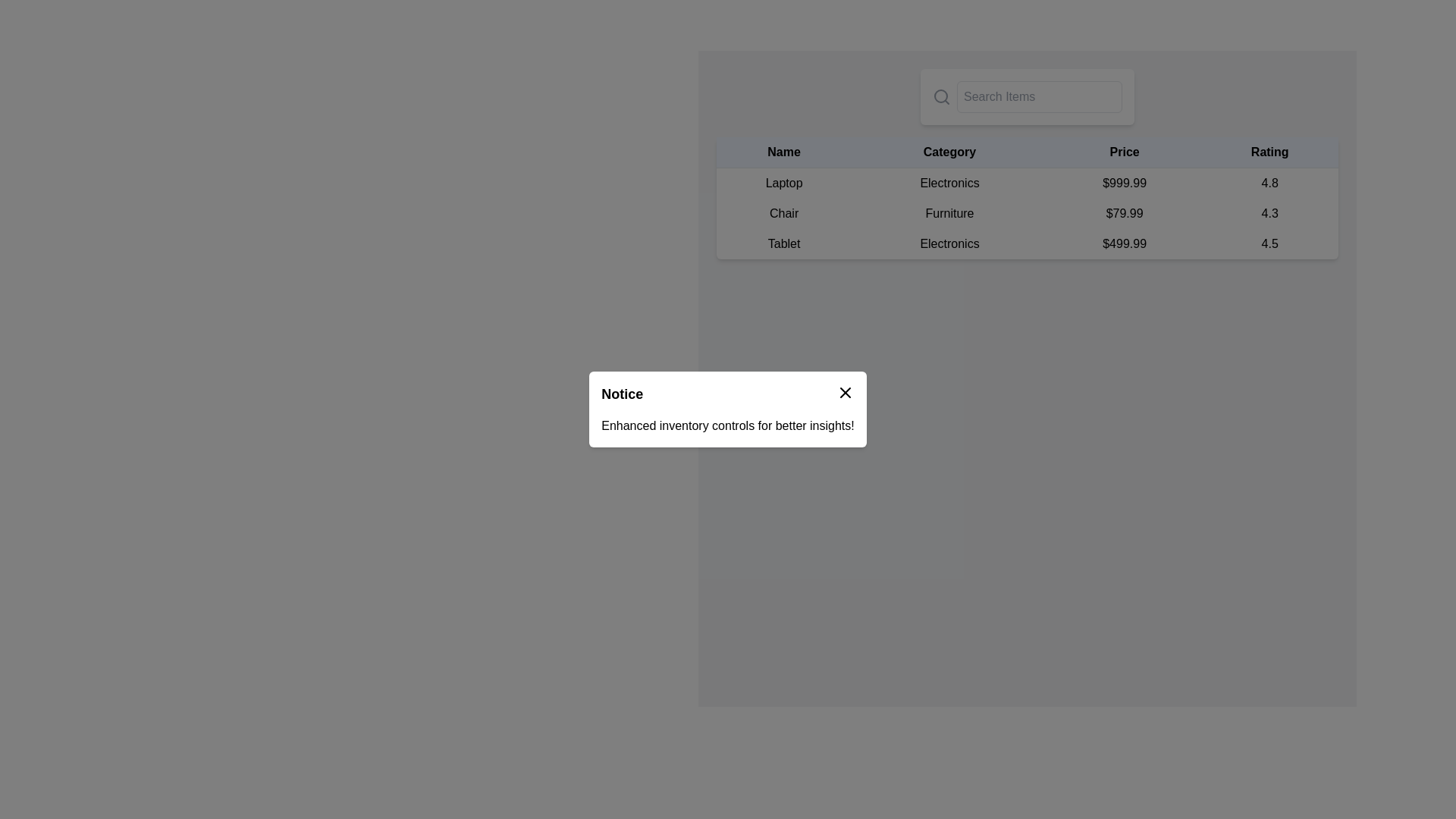 Image resolution: width=1456 pixels, height=819 pixels. I want to click on the Text label displaying '4.8' in the 'Rating' column for the product 'Laptop', so click(1269, 182).